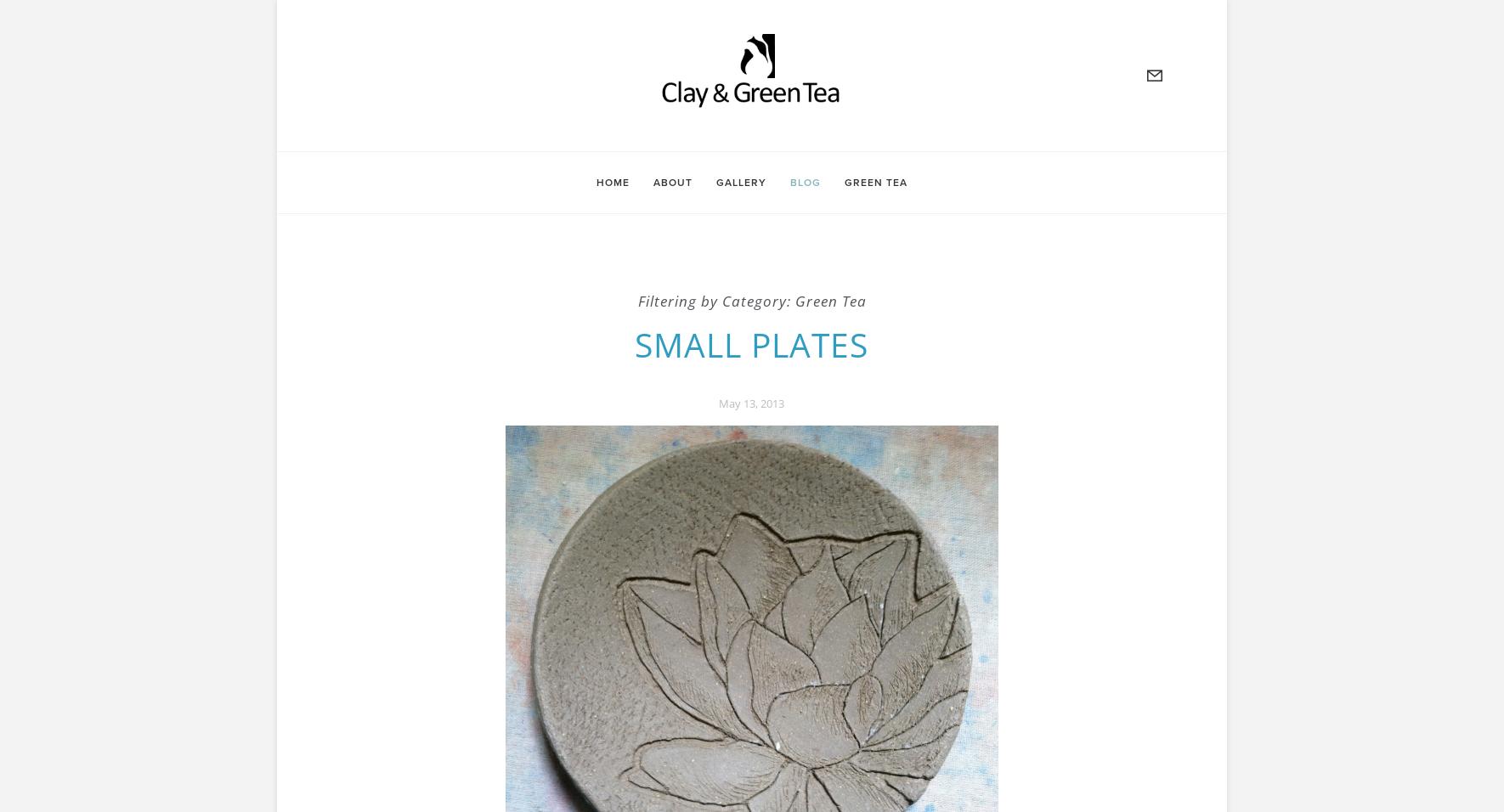 The width and height of the screenshot is (1504, 812). I want to click on 'About', so click(673, 181).